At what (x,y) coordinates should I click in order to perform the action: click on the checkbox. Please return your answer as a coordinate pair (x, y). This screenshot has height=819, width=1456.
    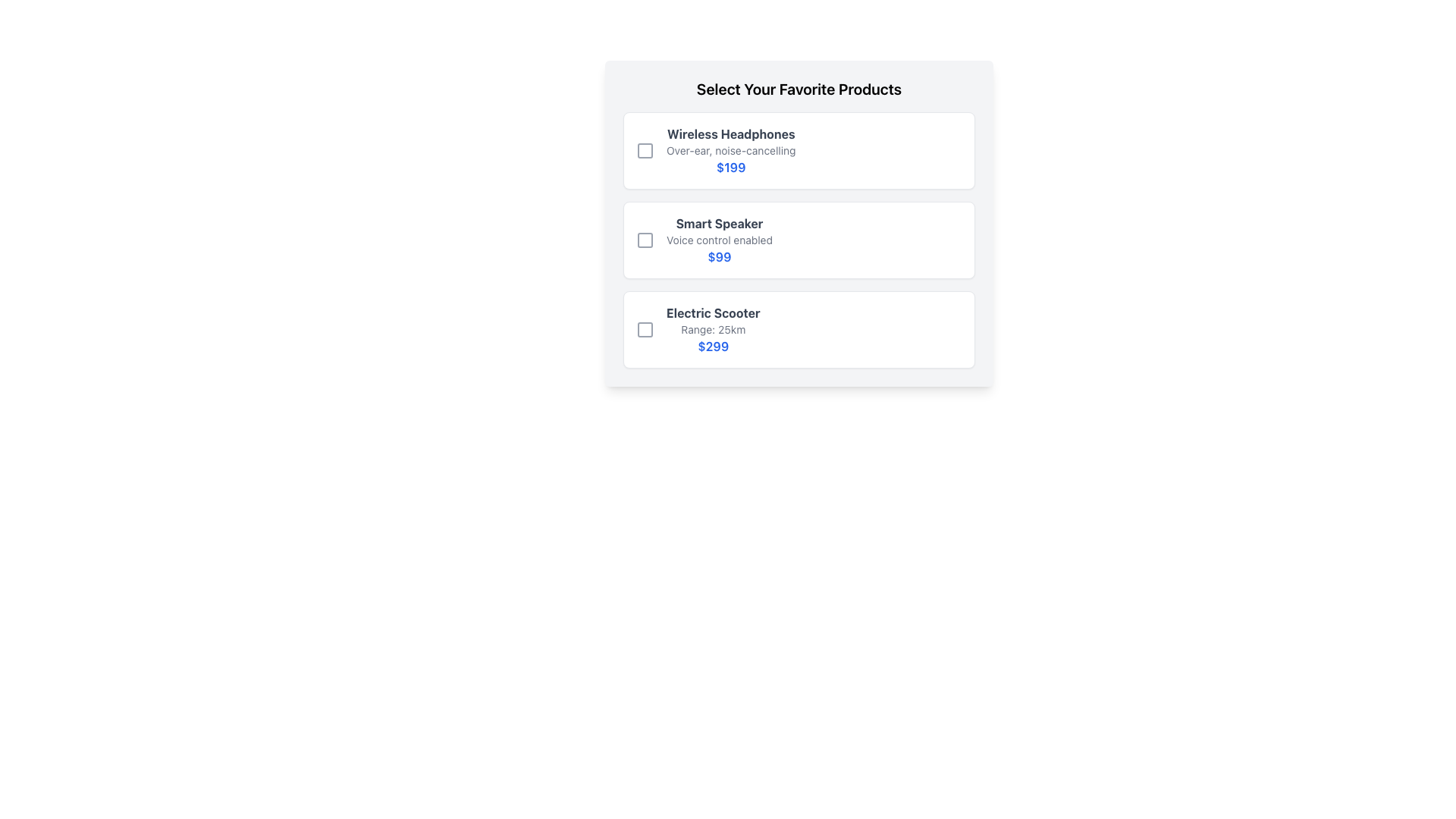
    Looking at the image, I should click on (645, 239).